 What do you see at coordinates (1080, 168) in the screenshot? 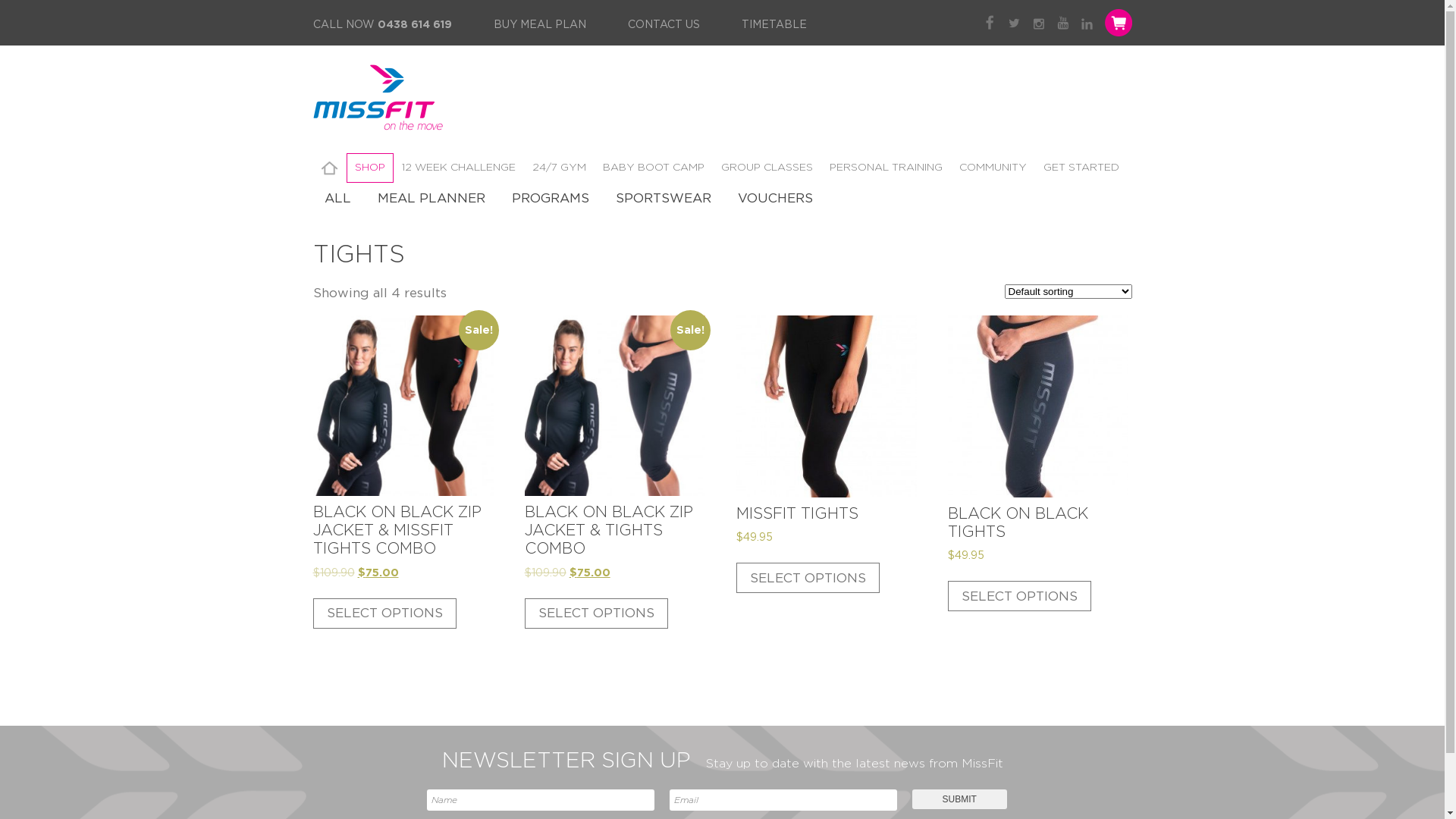
I see `'GET STARTED'` at bounding box center [1080, 168].